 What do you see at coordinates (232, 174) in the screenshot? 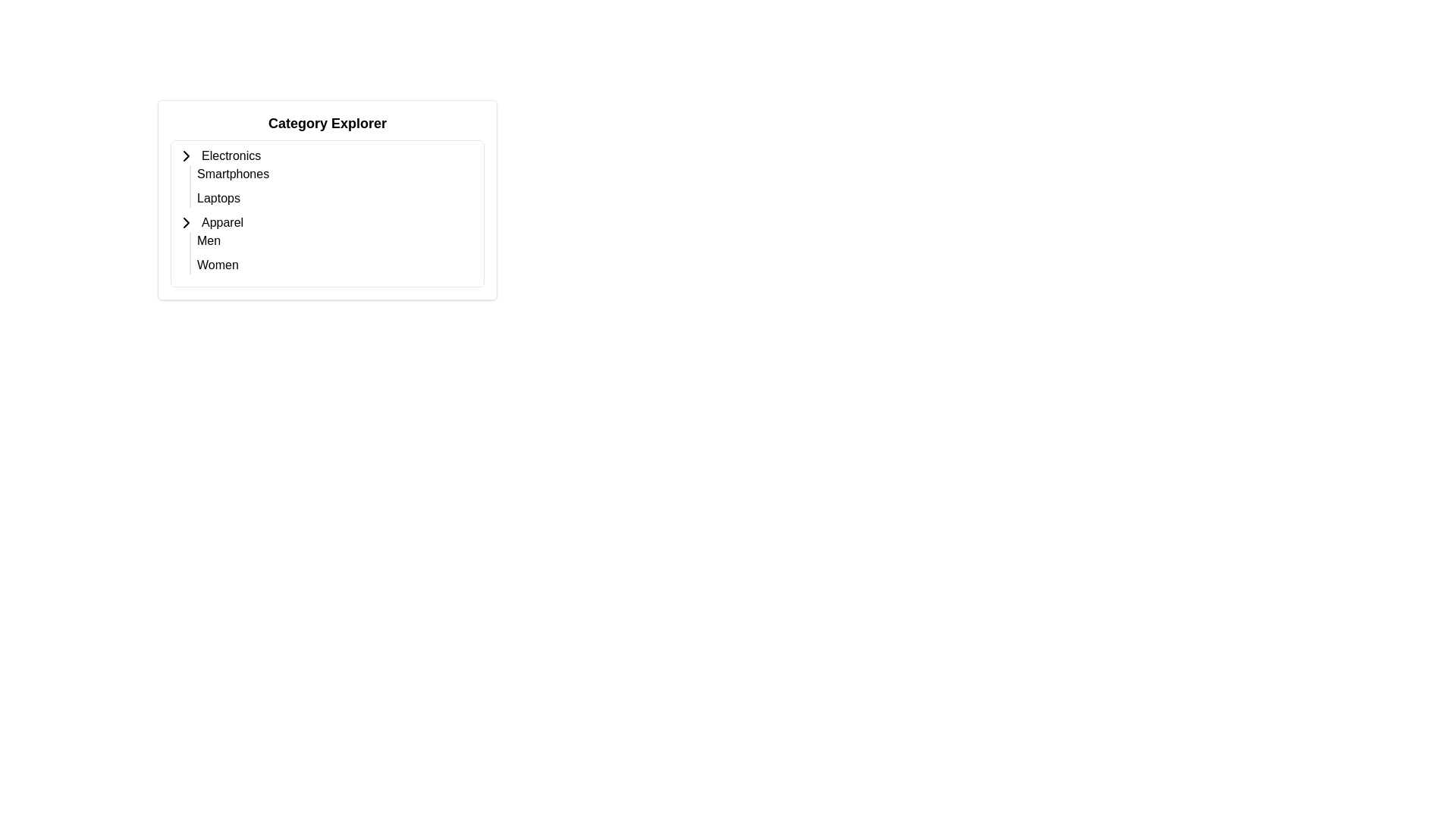
I see `the 'Smartphones' category label located under the 'Category Explorer' header in the 'Electronics' section` at bounding box center [232, 174].